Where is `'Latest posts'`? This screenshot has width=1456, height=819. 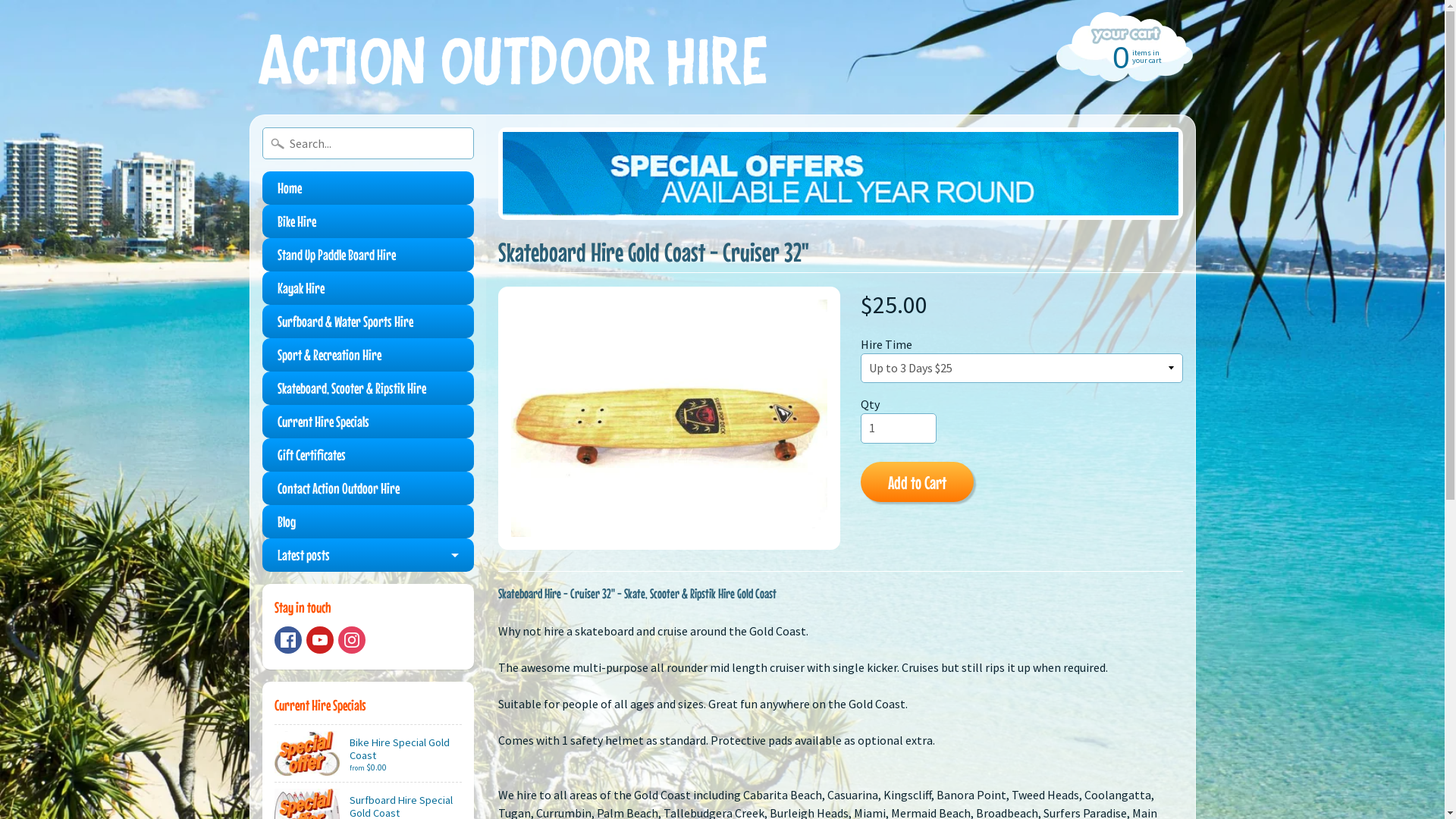 'Latest posts' is located at coordinates (368, 555).